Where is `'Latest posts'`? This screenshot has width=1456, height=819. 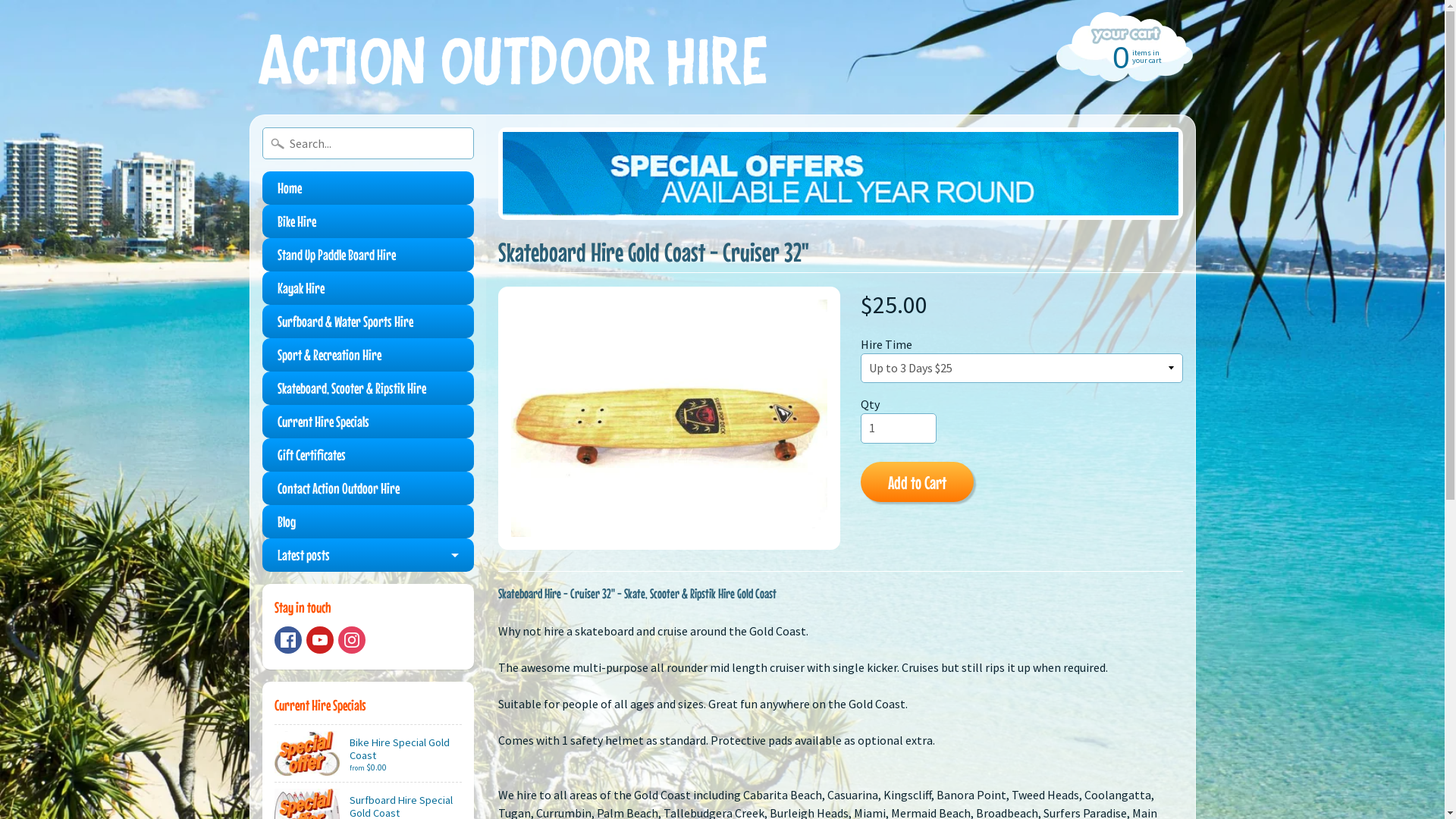 'Latest posts' is located at coordinates (368, 555).